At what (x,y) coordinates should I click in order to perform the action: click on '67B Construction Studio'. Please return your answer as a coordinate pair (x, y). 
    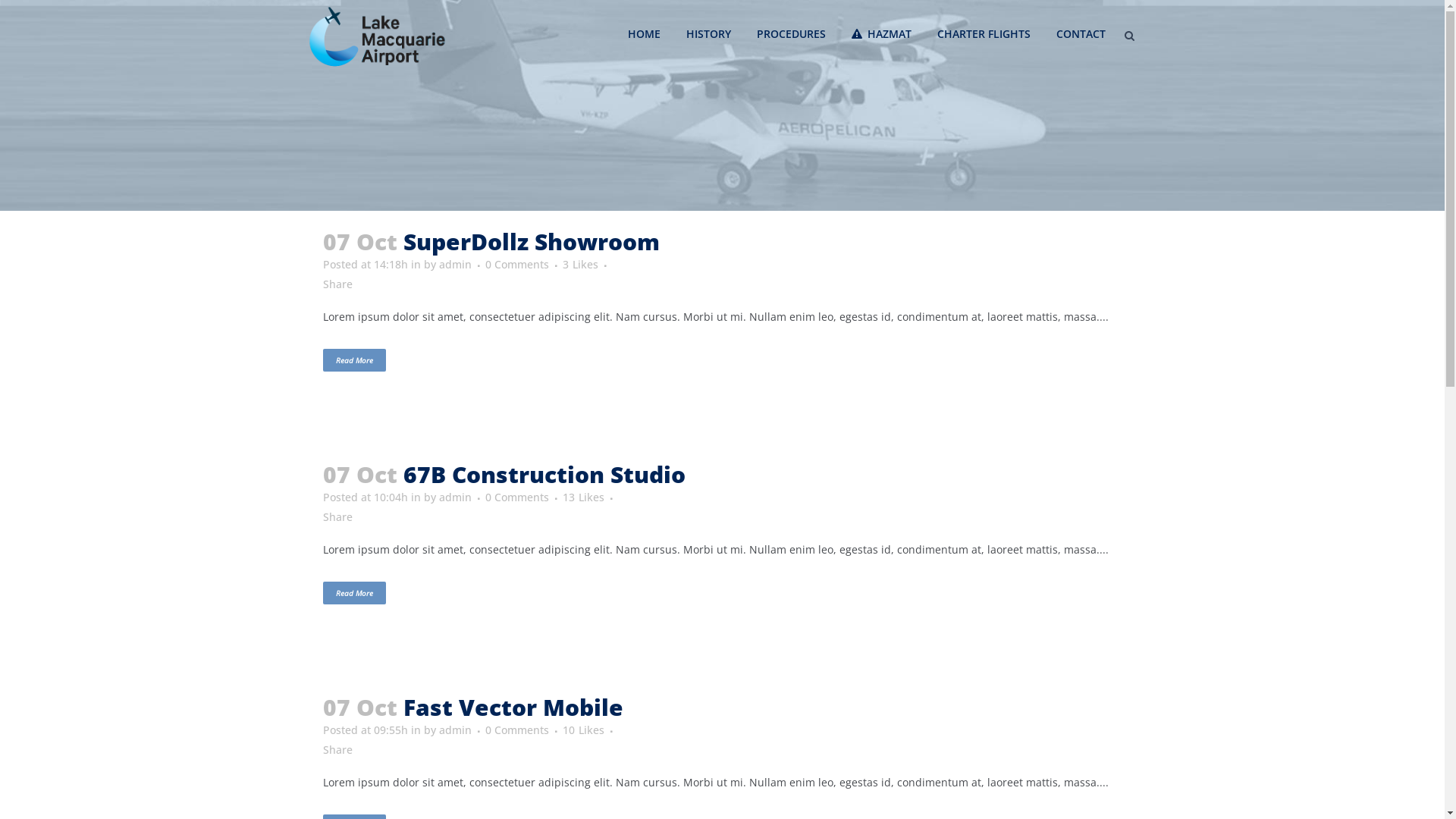
    Looking at the image, I should click on (403, 473).